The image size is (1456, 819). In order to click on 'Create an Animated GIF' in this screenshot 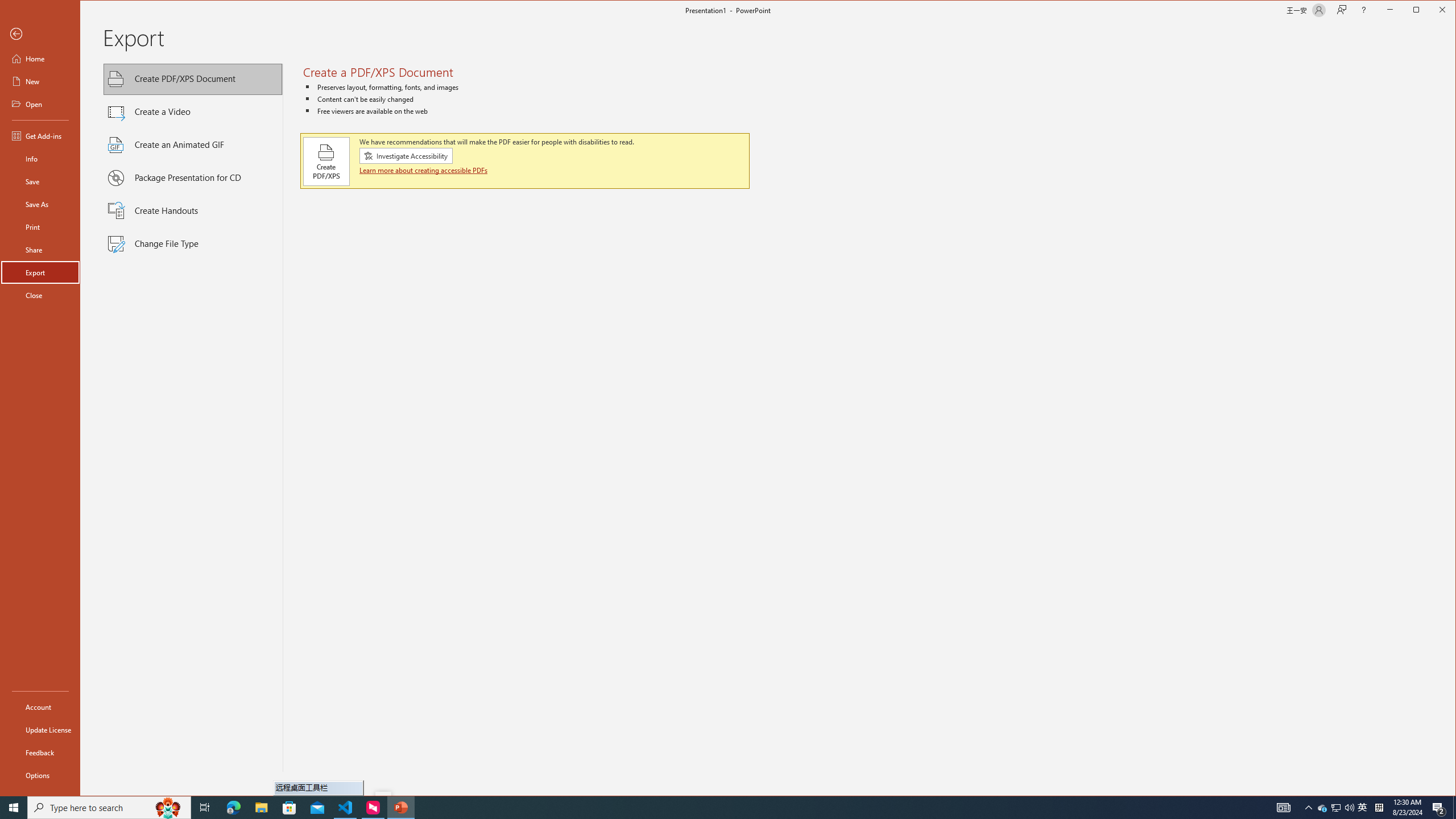, I will do `click(193, 144)`.